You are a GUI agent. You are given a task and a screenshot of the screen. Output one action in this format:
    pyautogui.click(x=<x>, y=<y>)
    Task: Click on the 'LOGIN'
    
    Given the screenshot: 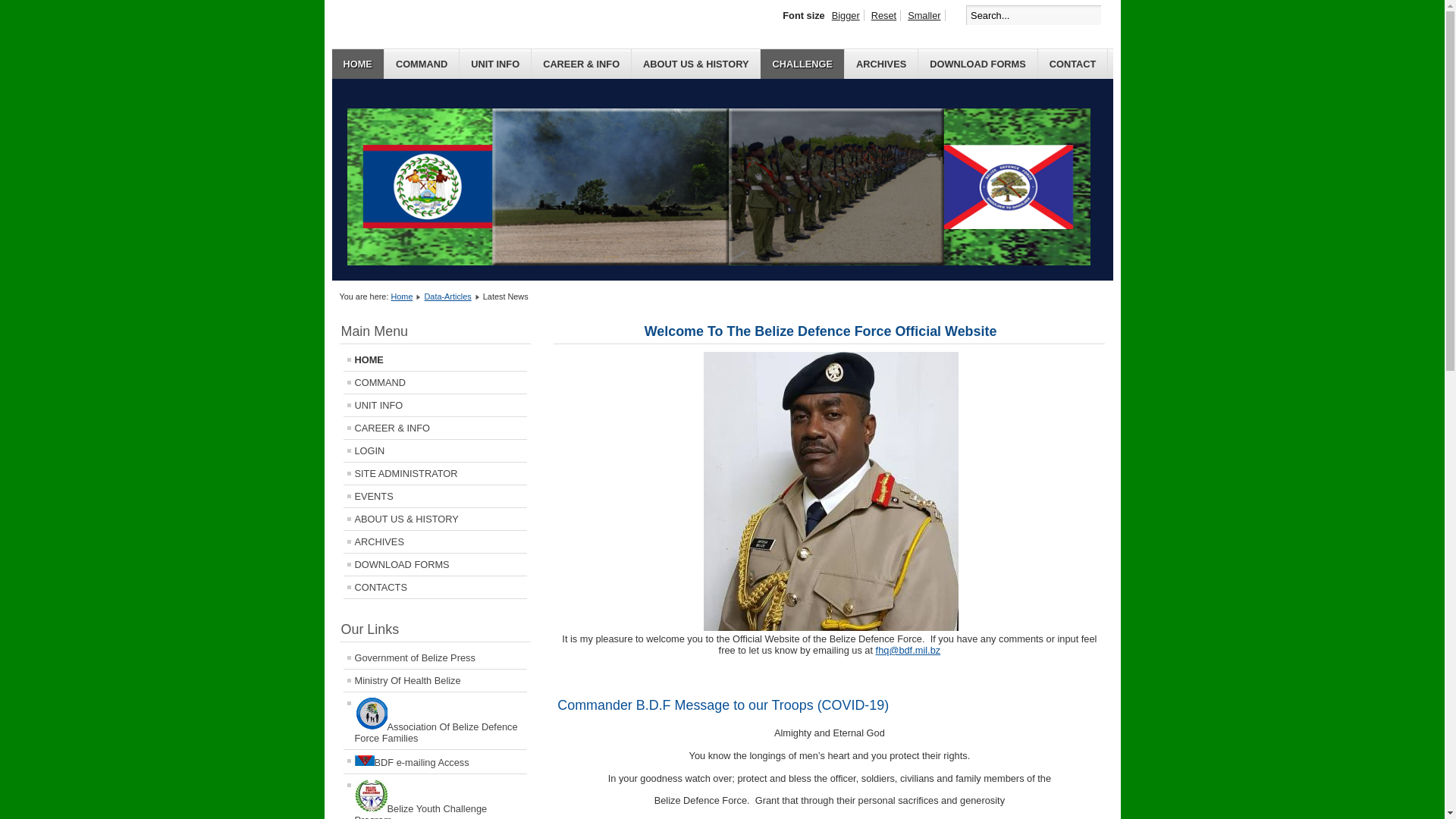 What is the action you would take?
    pyautogui.click(x=434, y=450)
    